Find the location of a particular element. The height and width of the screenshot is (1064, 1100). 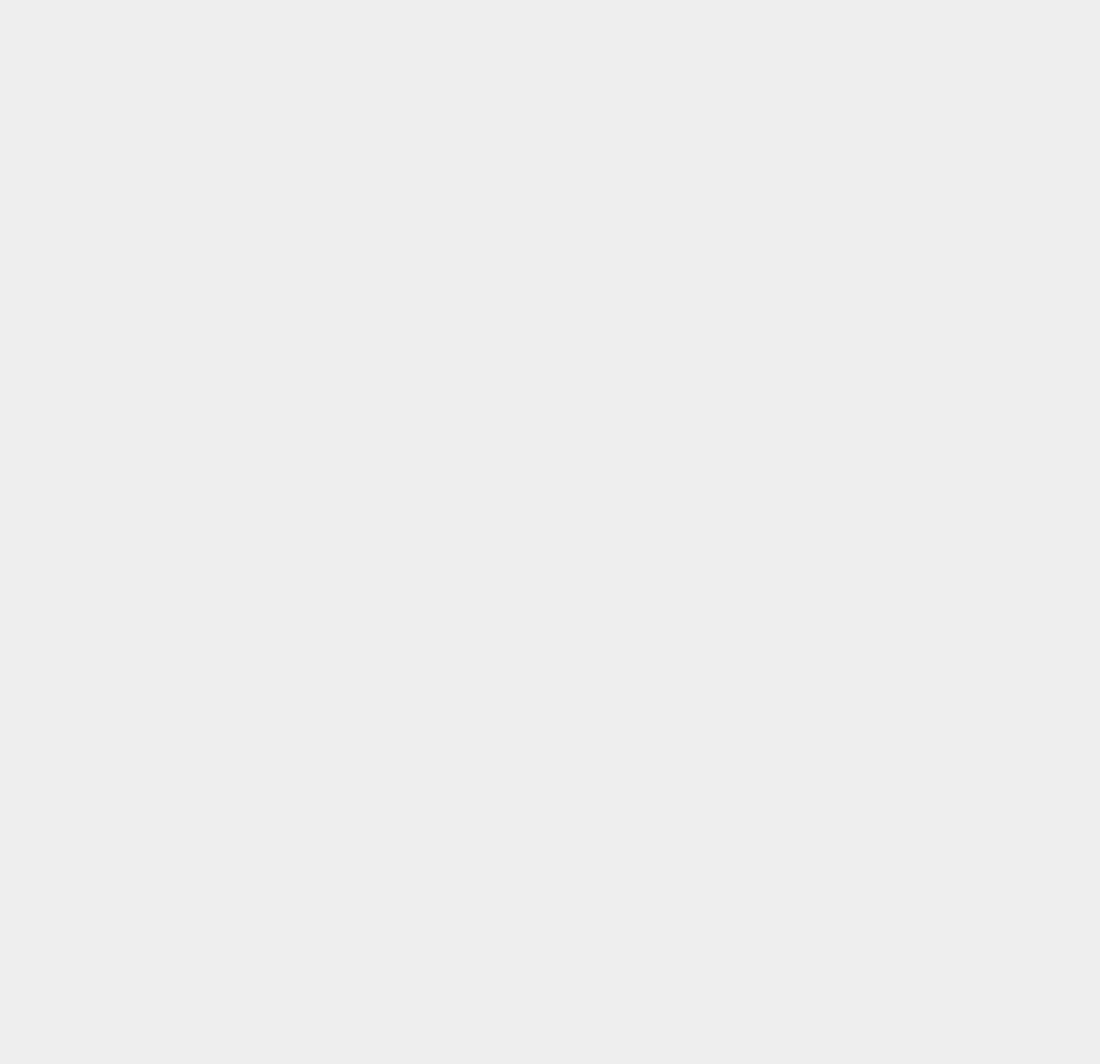

'macOS 10.12' is located at coordinates (820, 659).